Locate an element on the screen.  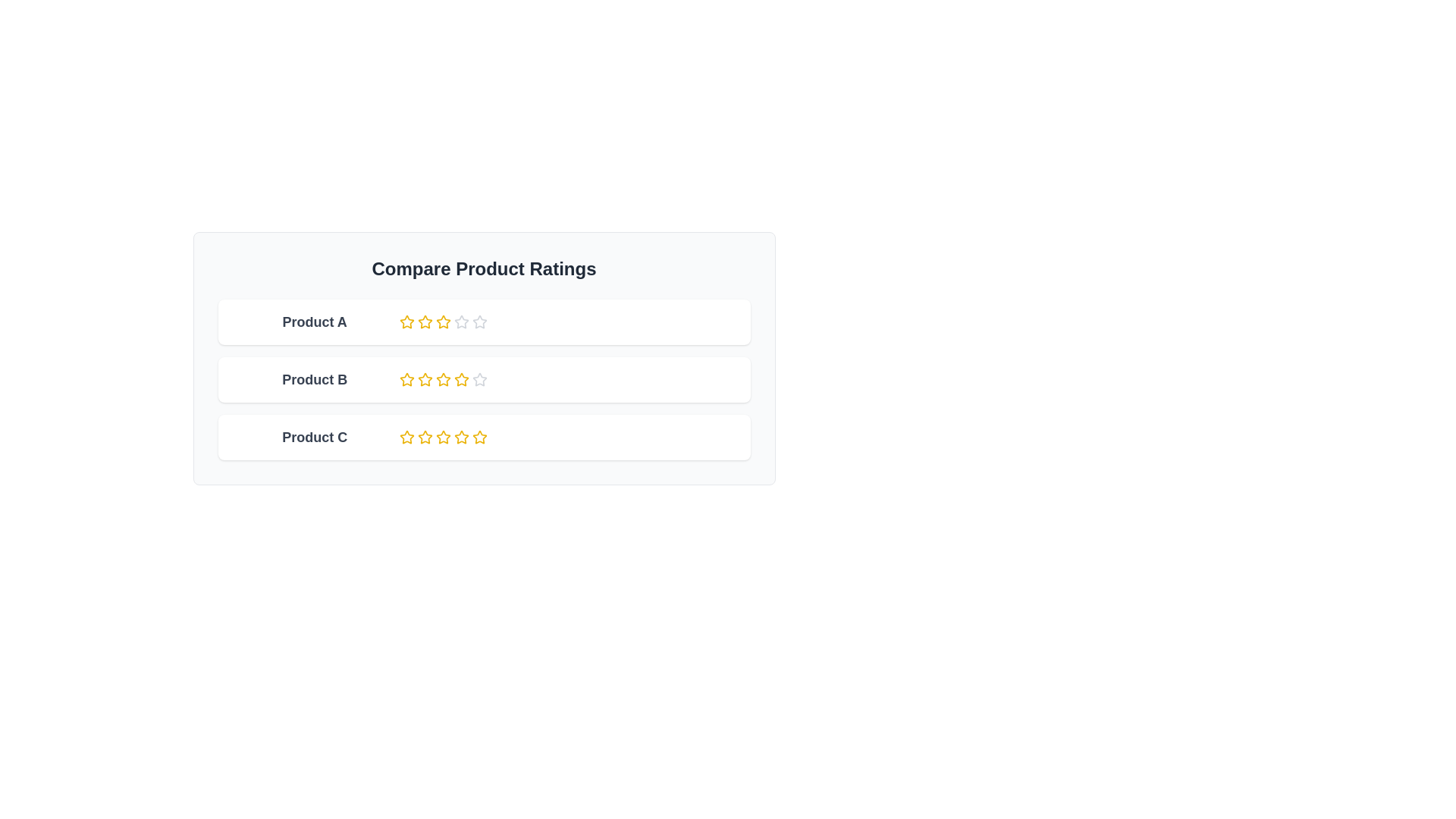
the rating display for 'Product A', which consists of a series of stars indicating a rating, located in the middle section of the rating area is located at coordinates (483, 321).